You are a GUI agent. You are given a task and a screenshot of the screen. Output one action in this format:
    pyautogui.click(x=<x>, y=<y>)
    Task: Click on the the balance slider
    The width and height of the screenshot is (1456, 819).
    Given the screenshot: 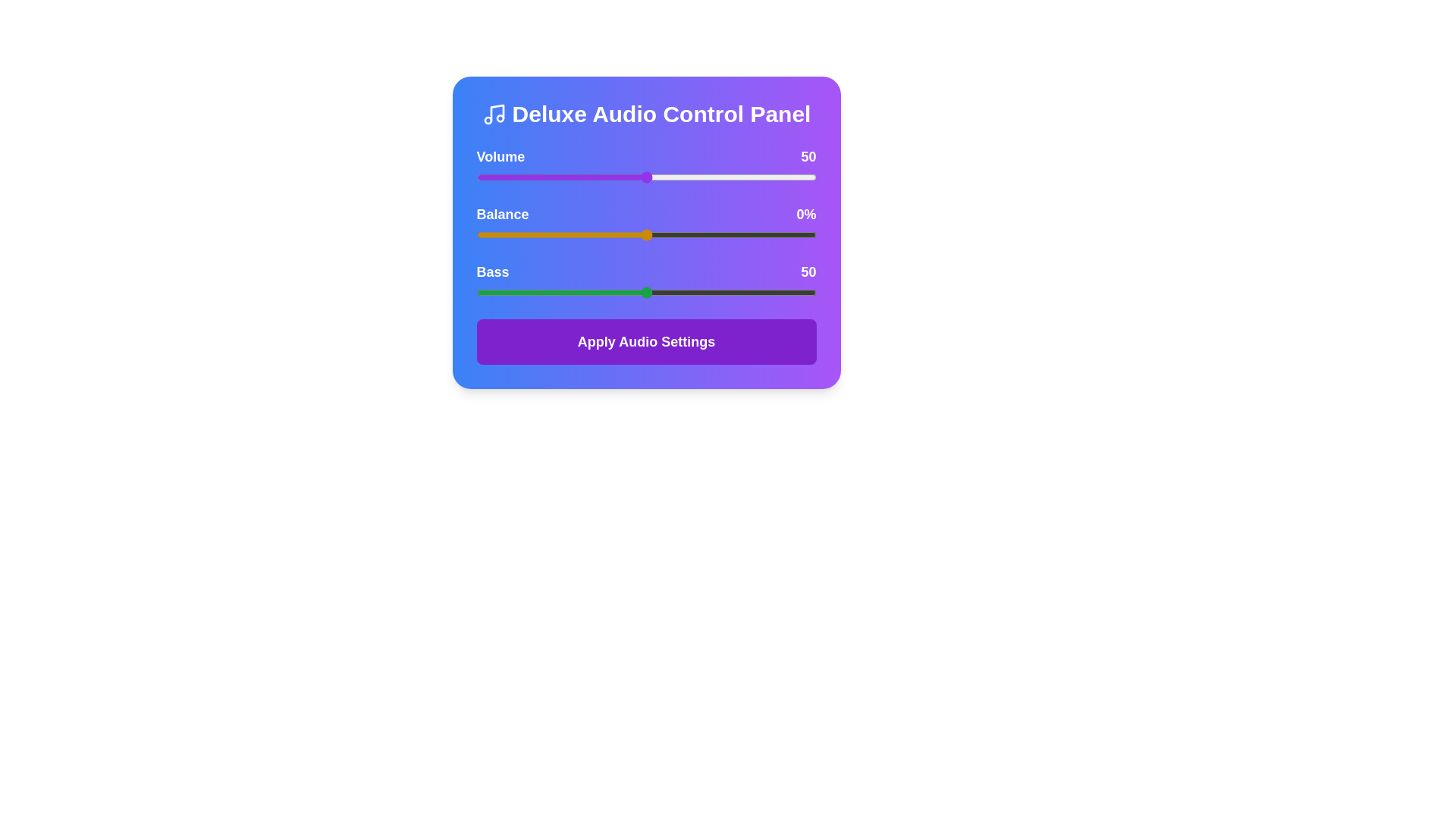 What is the action you would take?
    pyautogui.click(x=479, y=234)
    